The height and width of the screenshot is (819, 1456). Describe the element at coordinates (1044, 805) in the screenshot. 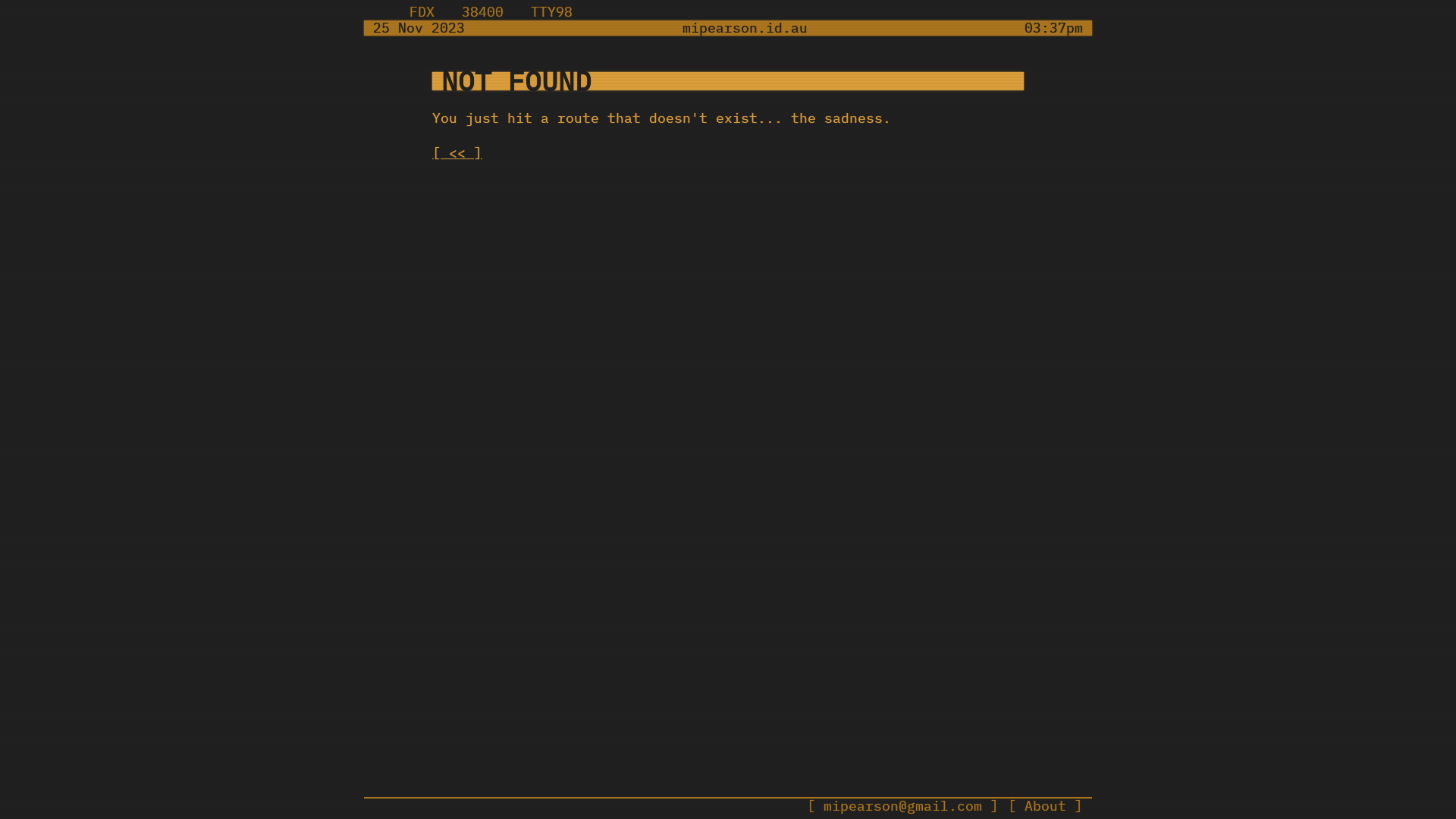

I see `'About'` at that location.